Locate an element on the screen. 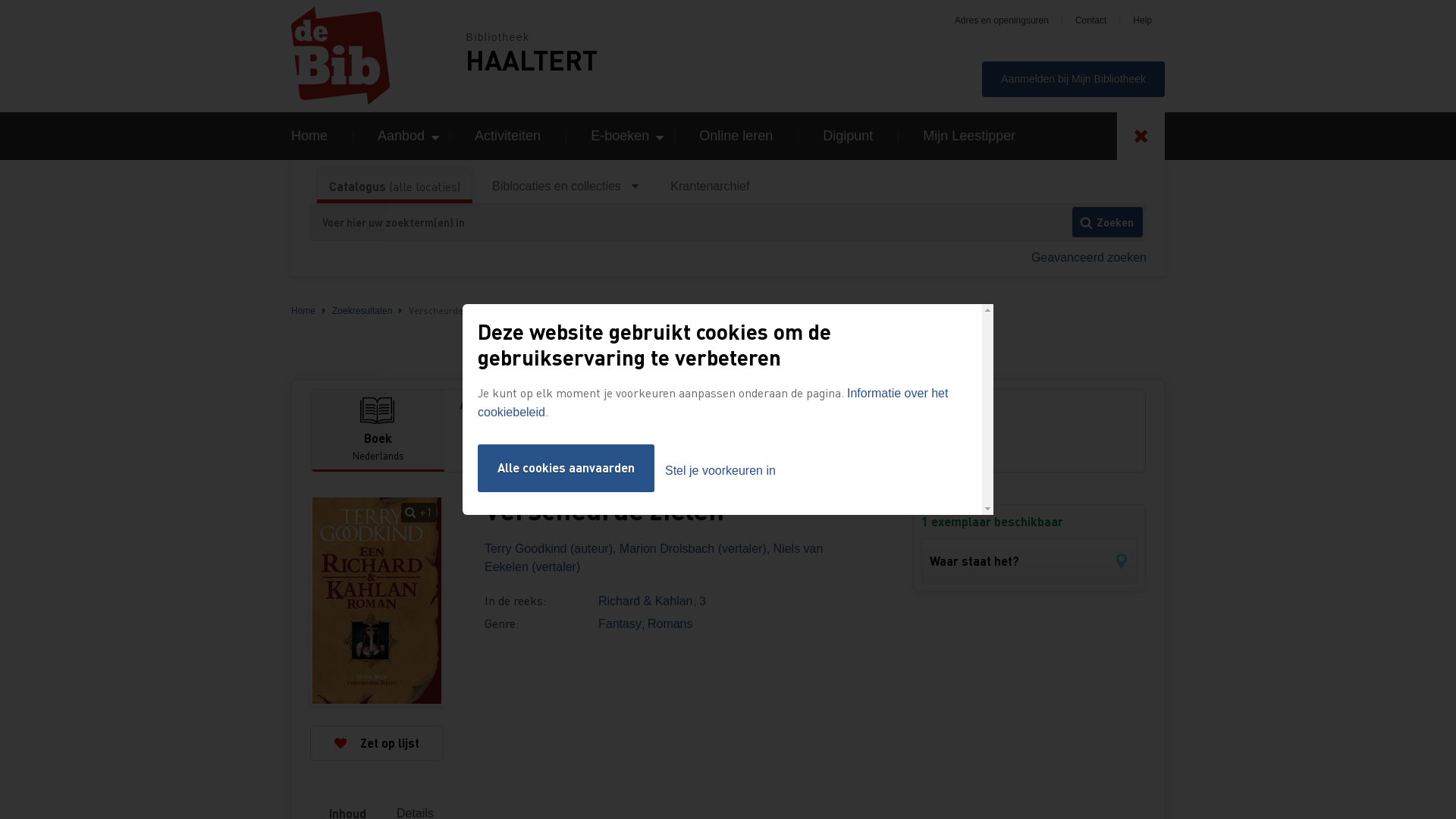  'Toggle search' is located at coordinates (1141, 135).